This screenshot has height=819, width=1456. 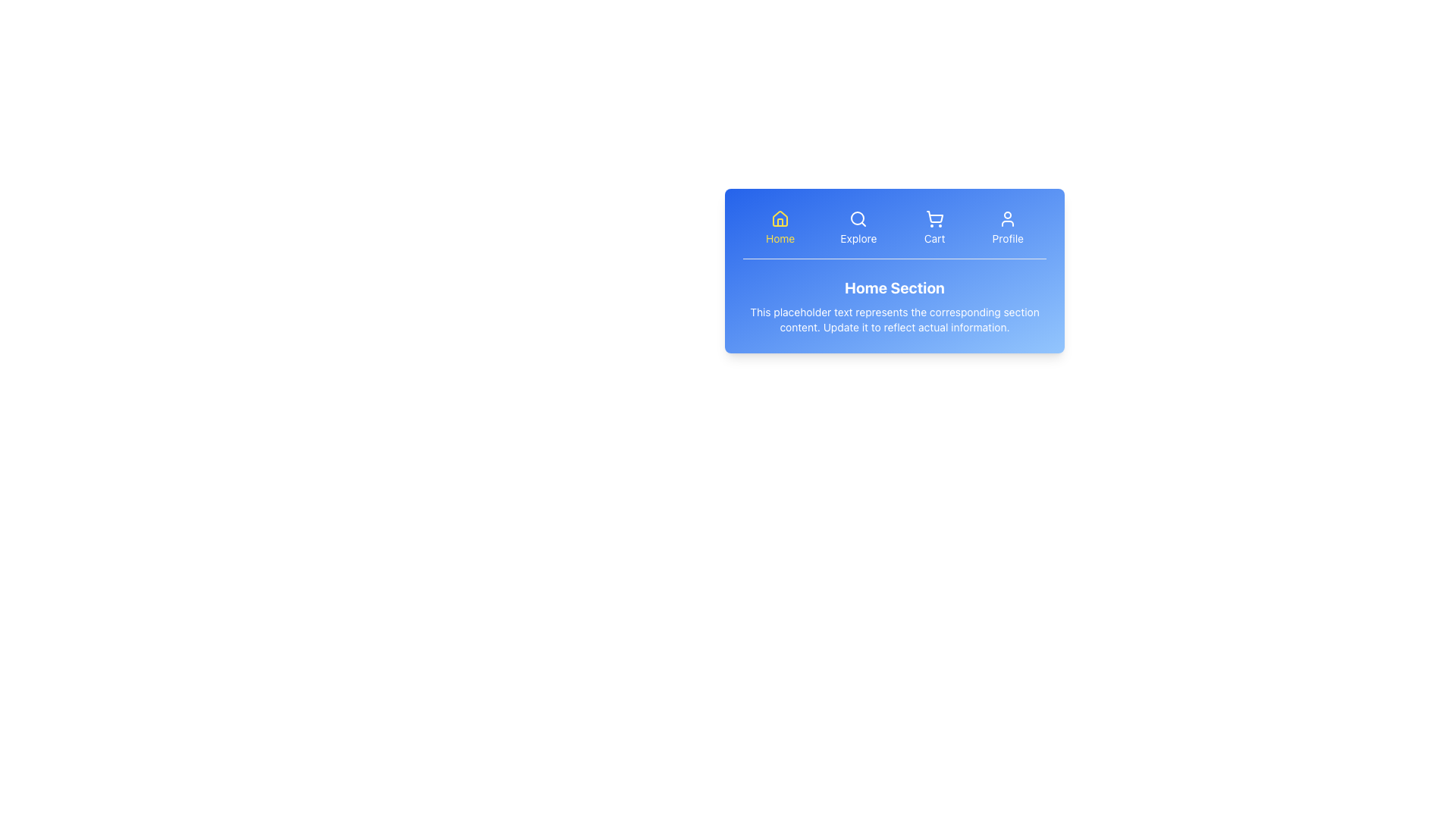 I want to click on the house icon located in the first section of the navigation bar, so click(x=780, y=218).